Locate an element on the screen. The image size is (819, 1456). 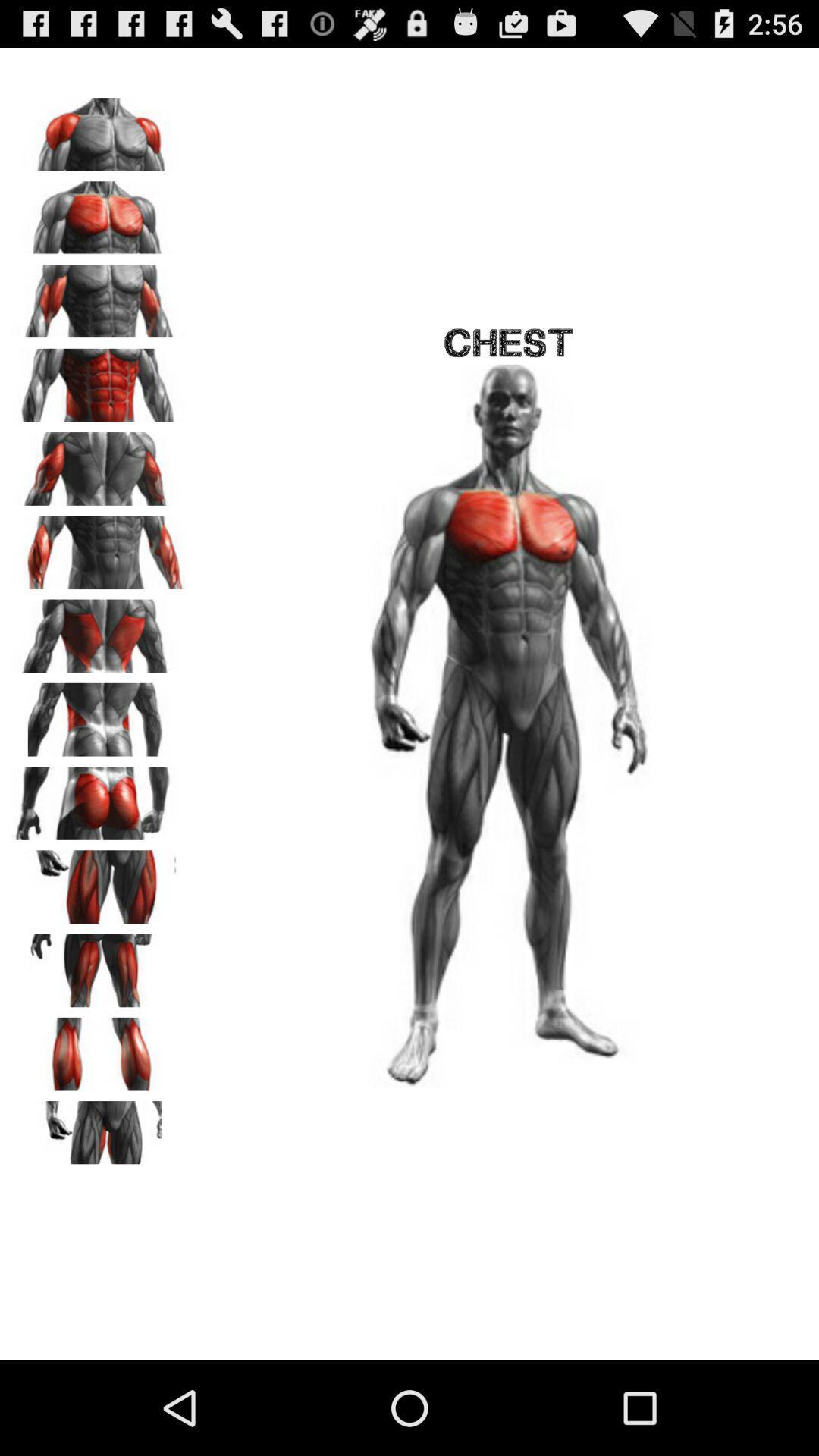
display muscles being used on lower arms and abdomen is located at coordinates (99, 546).